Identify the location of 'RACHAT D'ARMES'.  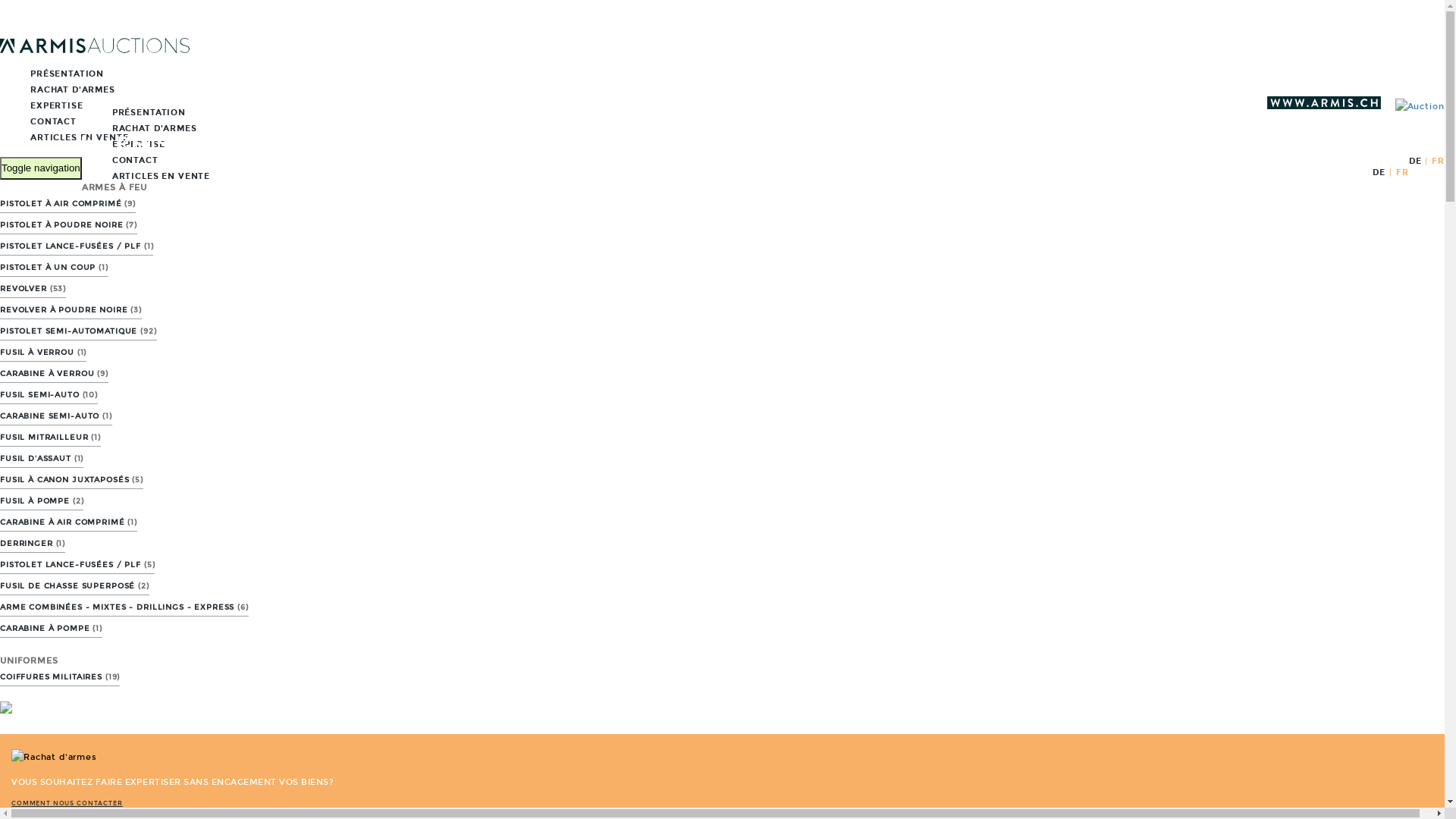
(58, 89).